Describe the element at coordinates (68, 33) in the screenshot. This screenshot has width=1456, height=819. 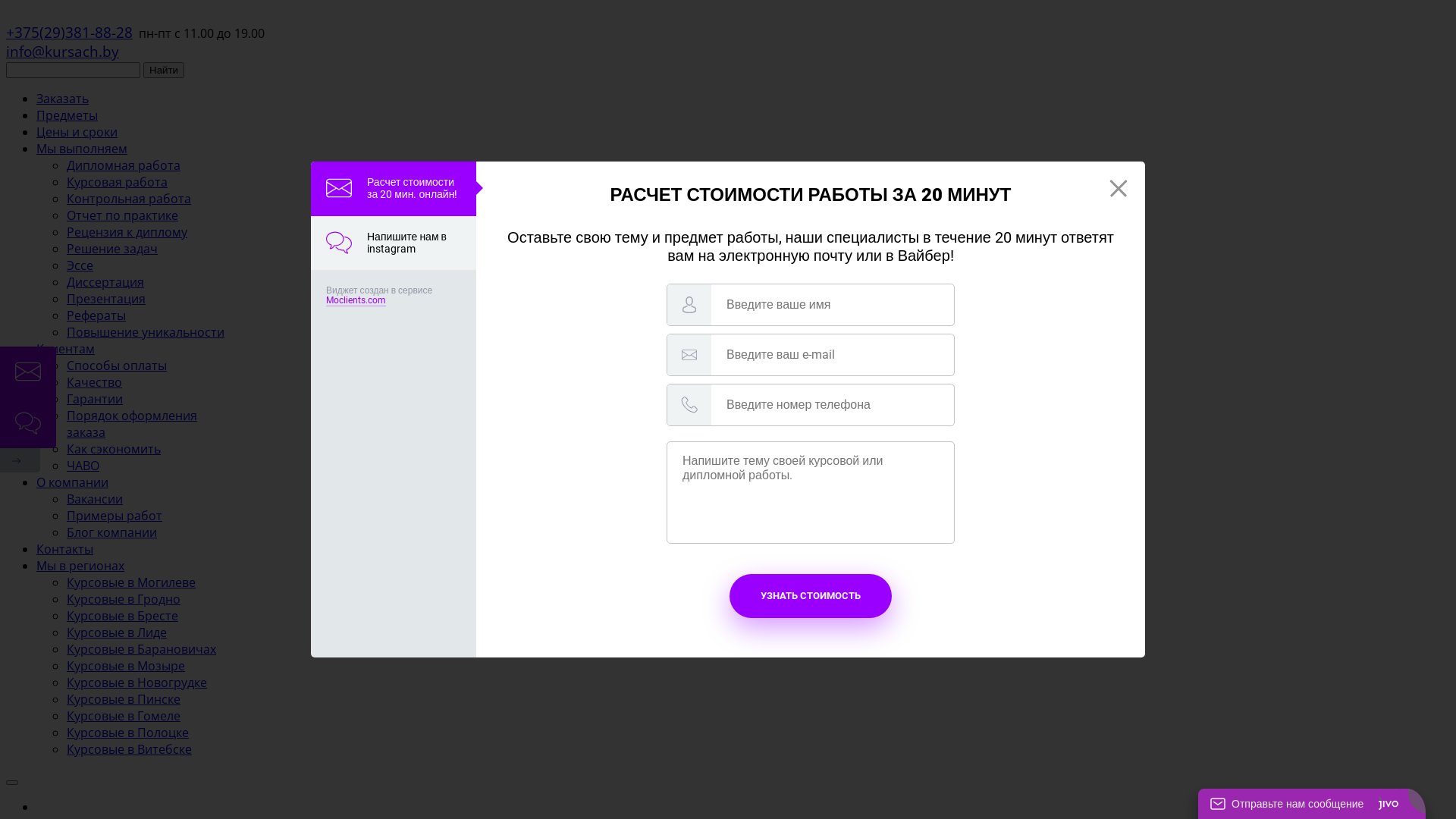
I see `'+375(29)381-88-28'` at that location.